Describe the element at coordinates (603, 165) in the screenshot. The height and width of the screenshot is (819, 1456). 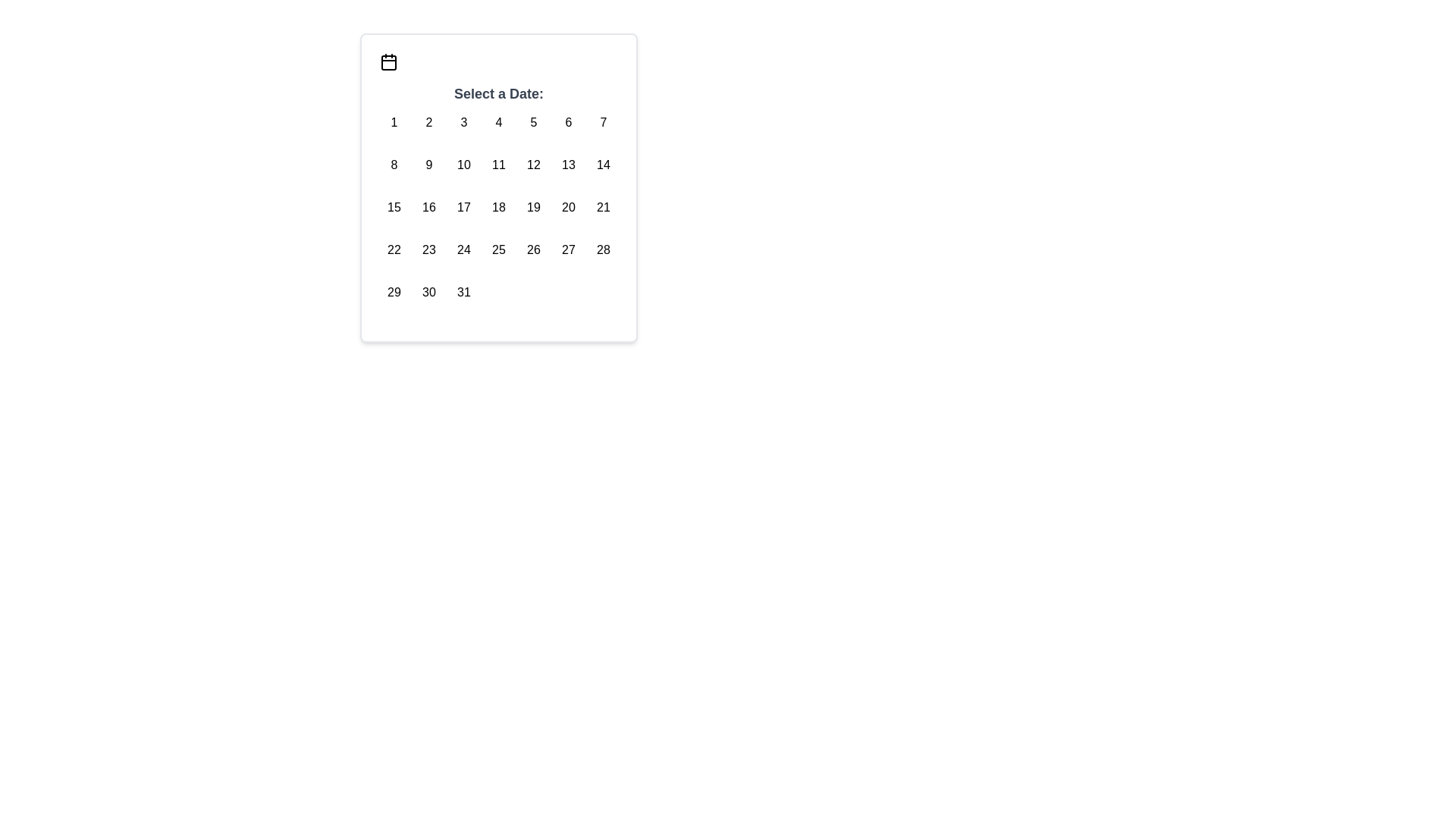
I see `the button displaying the rounded number '14' in the date picker interface` at that location.